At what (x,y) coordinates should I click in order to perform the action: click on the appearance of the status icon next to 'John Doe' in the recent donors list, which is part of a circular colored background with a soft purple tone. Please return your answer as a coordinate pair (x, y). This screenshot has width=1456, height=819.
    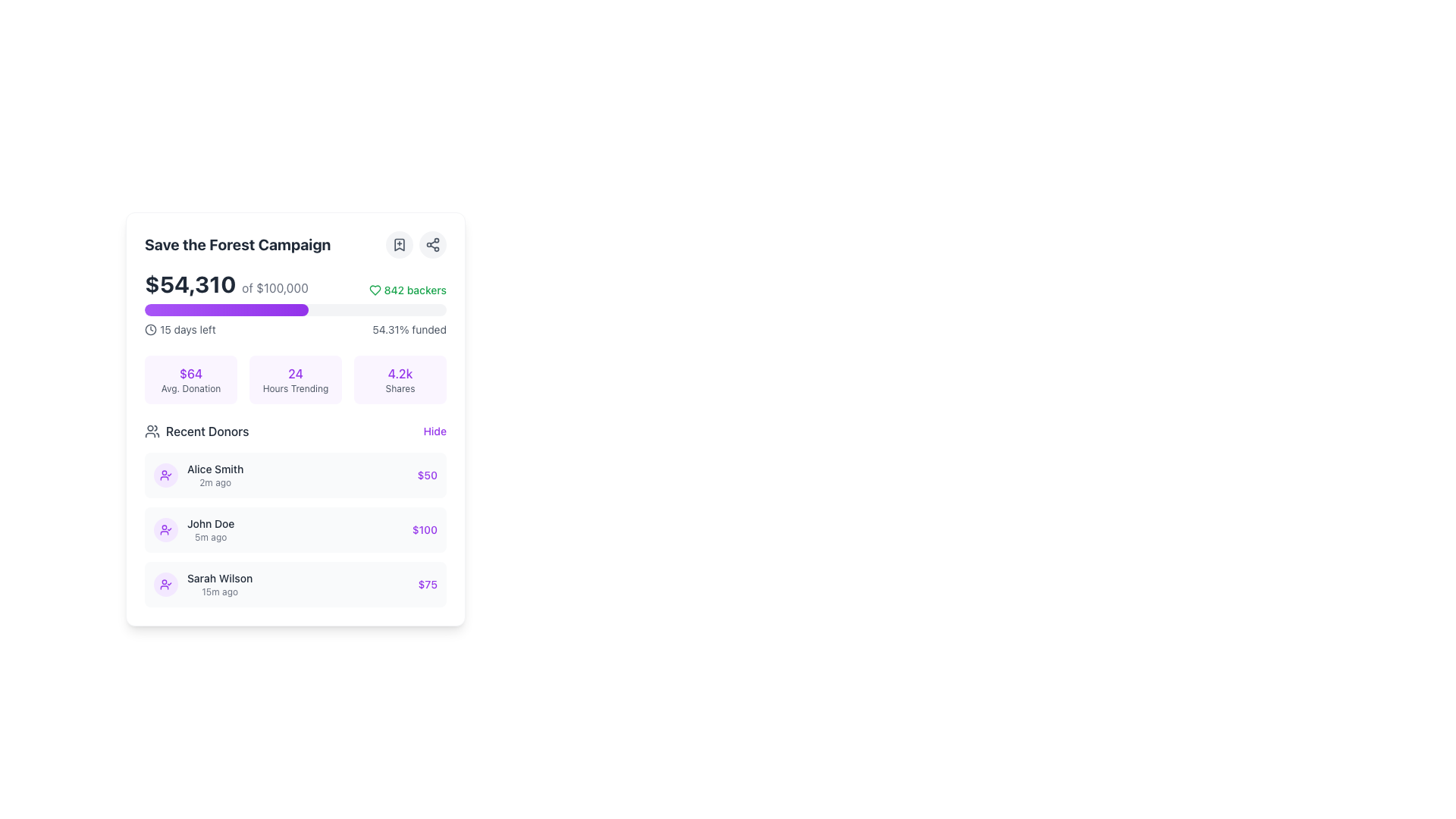
    Looking at the image, I should click on (166, 475).